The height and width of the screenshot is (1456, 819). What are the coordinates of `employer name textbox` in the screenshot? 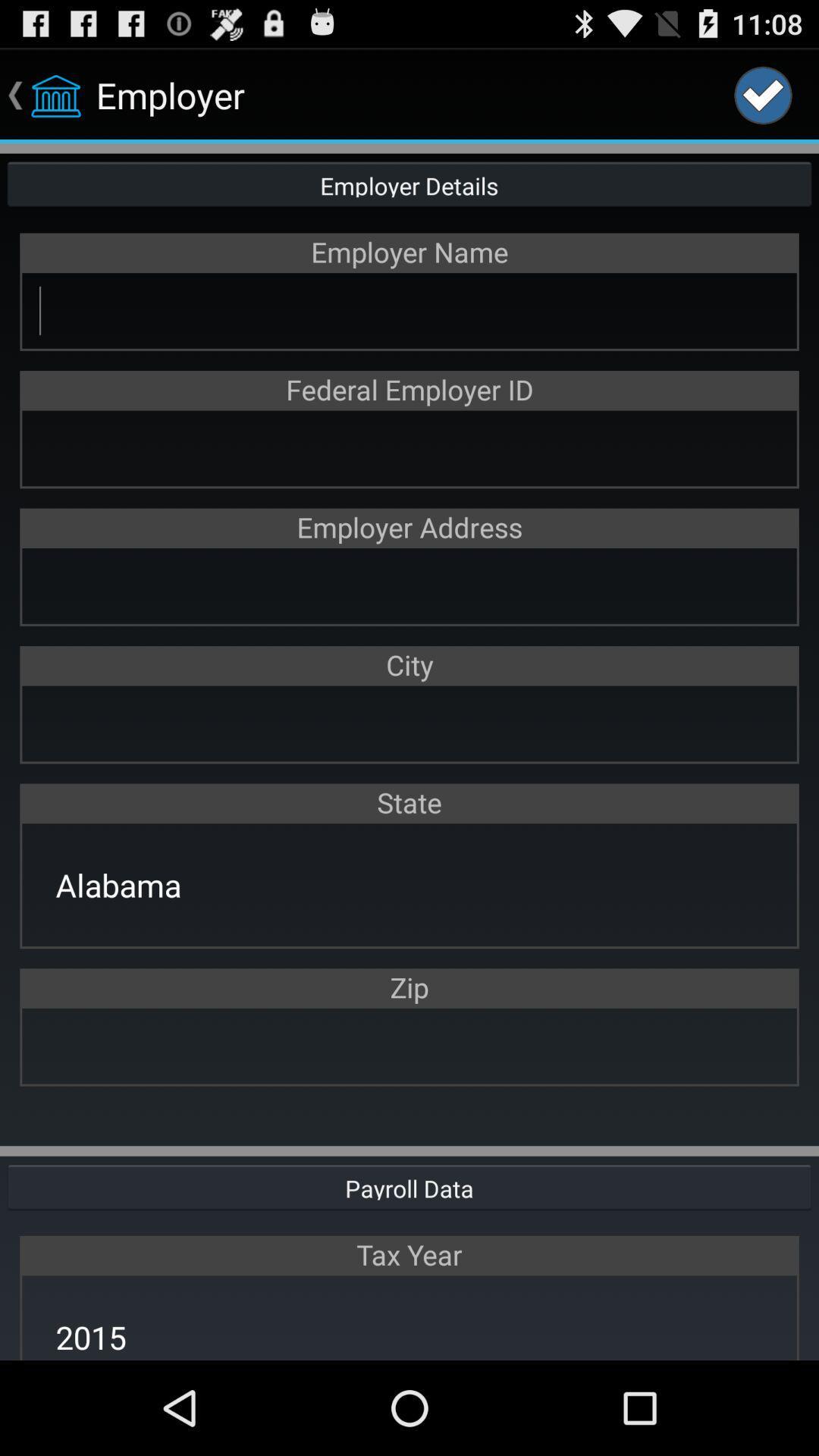 It's located at (409, 309).